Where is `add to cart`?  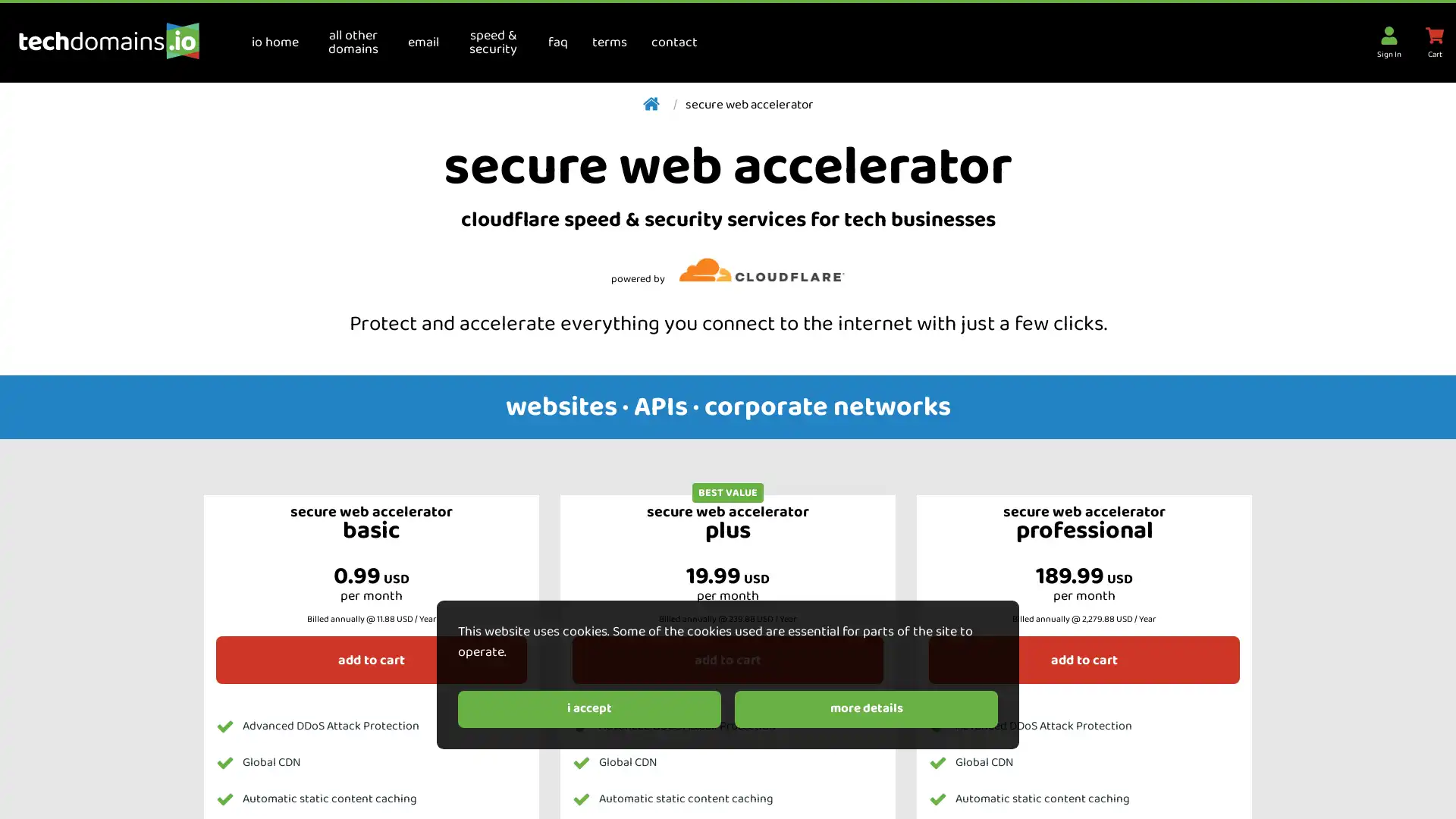 add to cart is located at coordinates (1083, 659).